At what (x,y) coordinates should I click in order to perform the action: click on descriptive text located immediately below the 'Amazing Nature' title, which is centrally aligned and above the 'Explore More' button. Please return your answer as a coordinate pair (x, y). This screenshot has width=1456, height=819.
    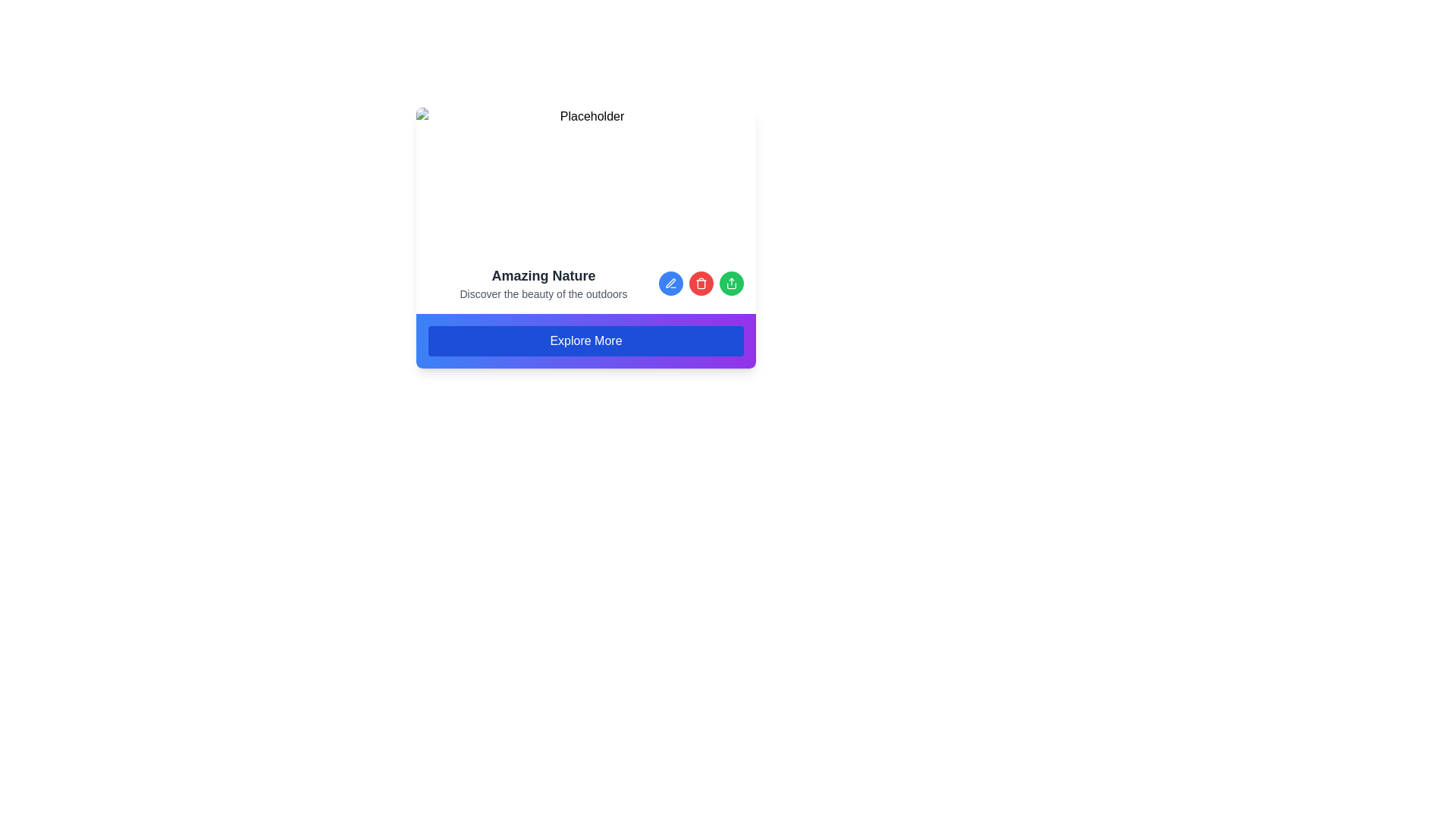
    Looking at the image, I should click on (543, 294).